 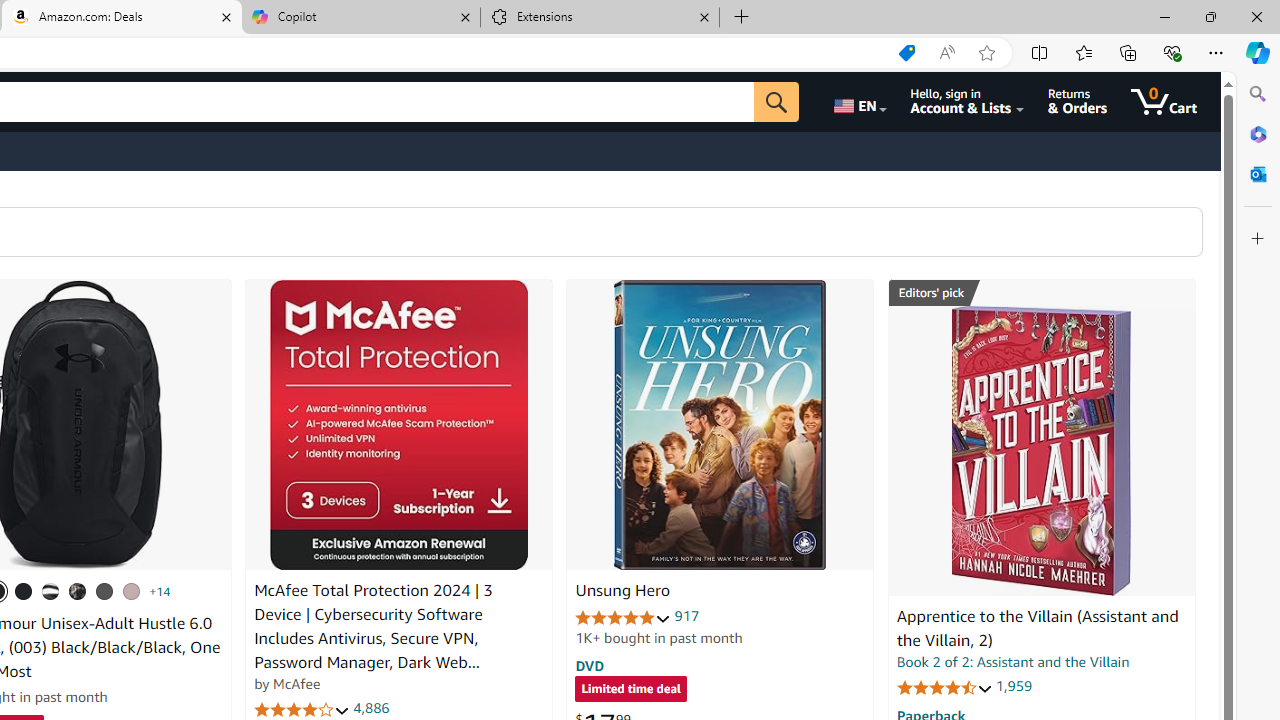 I want to click on 'Choose a language for shopping.', so click(x=858, y=101).